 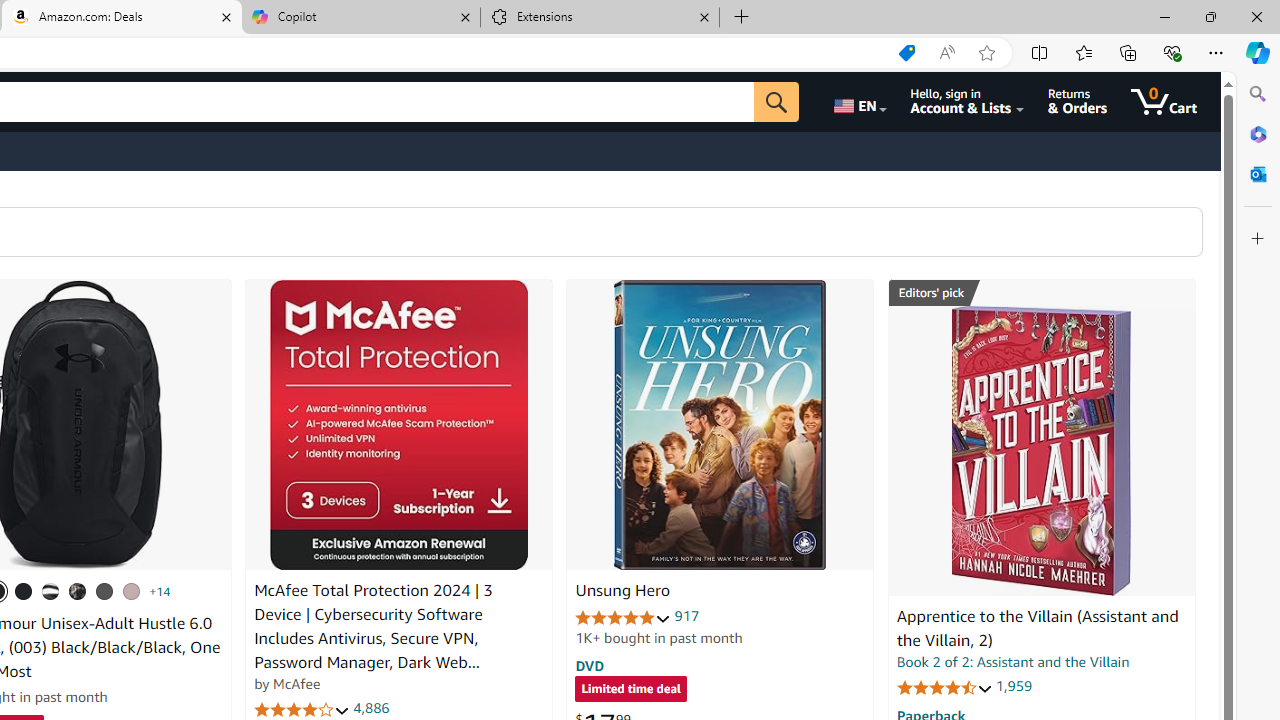 I want to click on 'Choose a language for shopping.', so click(x=858, y=101).